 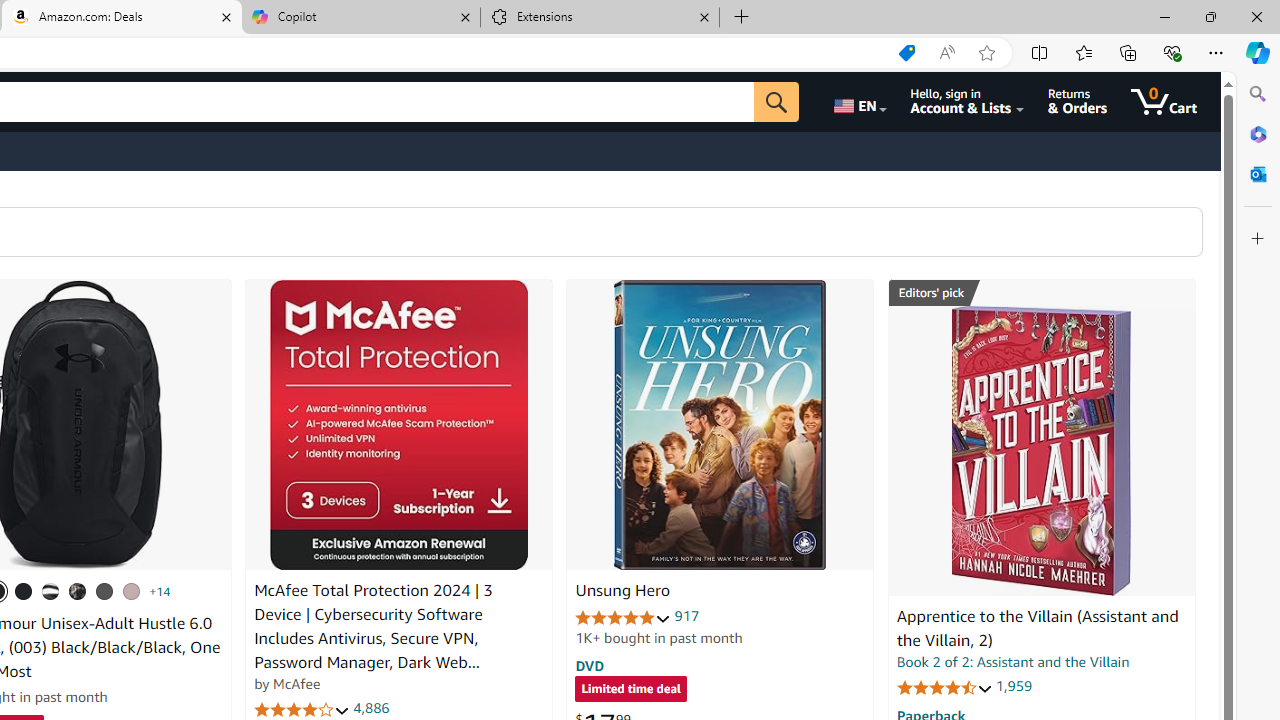 I want to click on 'Choose a language for shopping.', so click(x=858, y=101).